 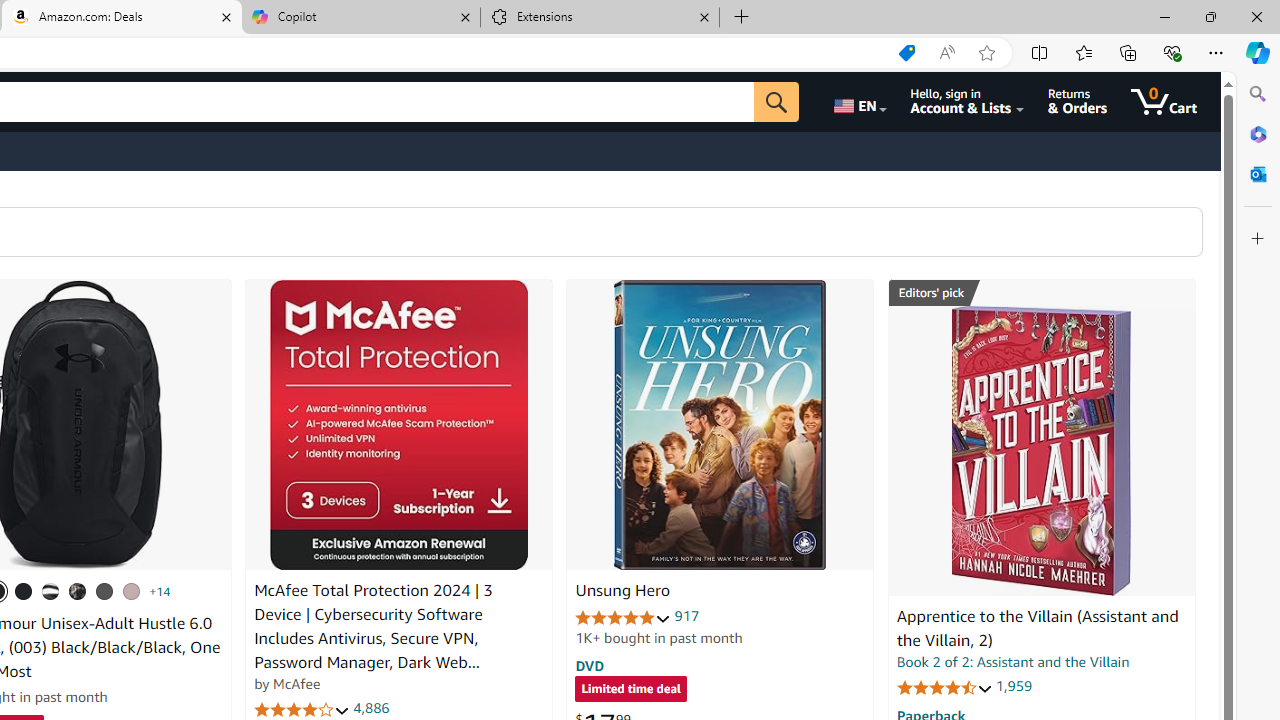 I want to click on 'Choose a language for shopping.', so click(x=858, y=101).